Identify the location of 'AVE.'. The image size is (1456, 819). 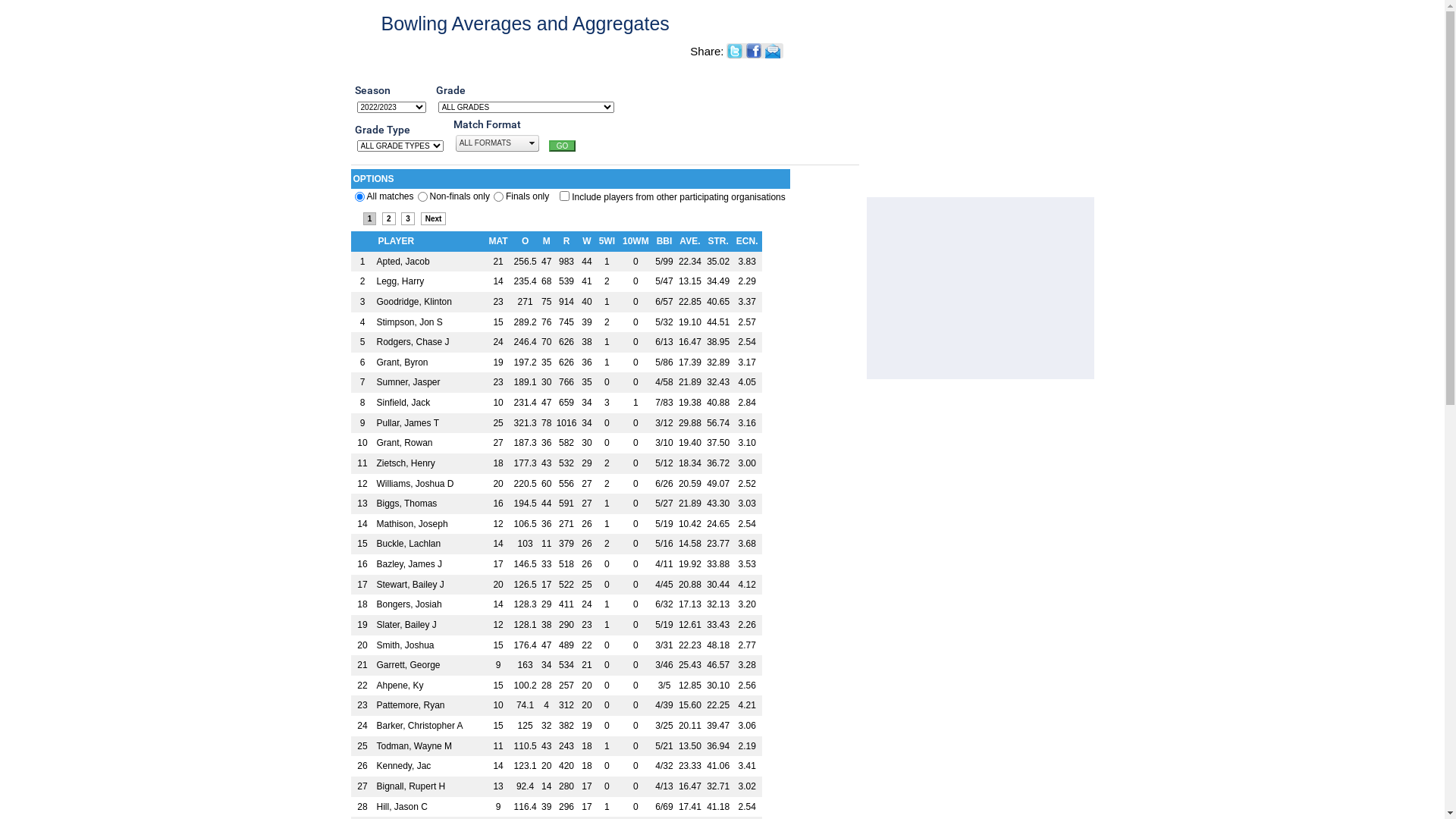
(689, 240).